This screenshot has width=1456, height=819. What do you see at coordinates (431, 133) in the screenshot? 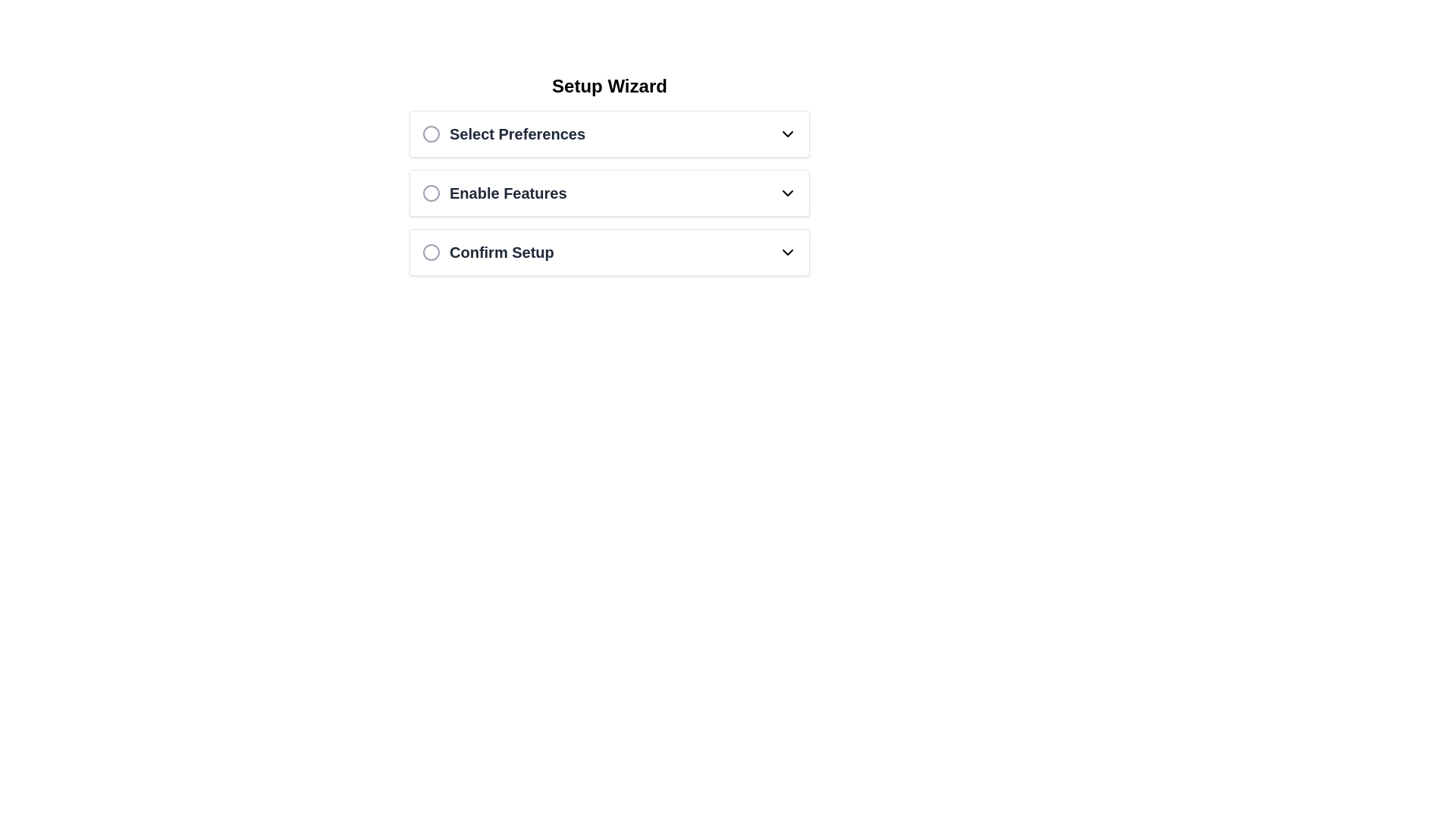
I see `the Circle icon located to the left of the 'Select Preferences' text label` at bounding box center [431, 133].